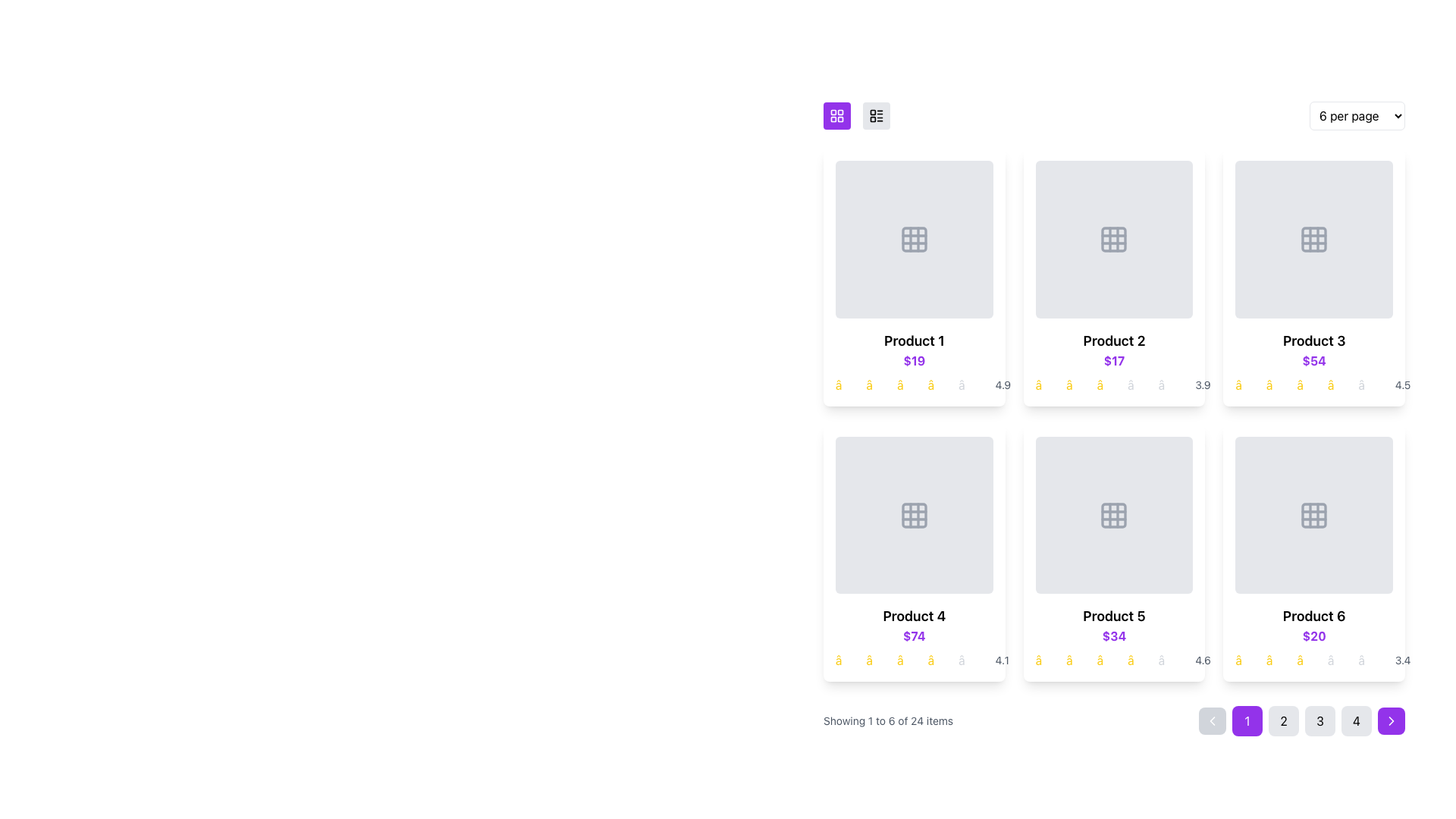  What do you see at coordinates (877, 115) in the screenshot?
I see `the toggle button for switching the display view to a list layout, located in the top-right of the interface, near a grid layout icon` at bounding box center [877, 115].